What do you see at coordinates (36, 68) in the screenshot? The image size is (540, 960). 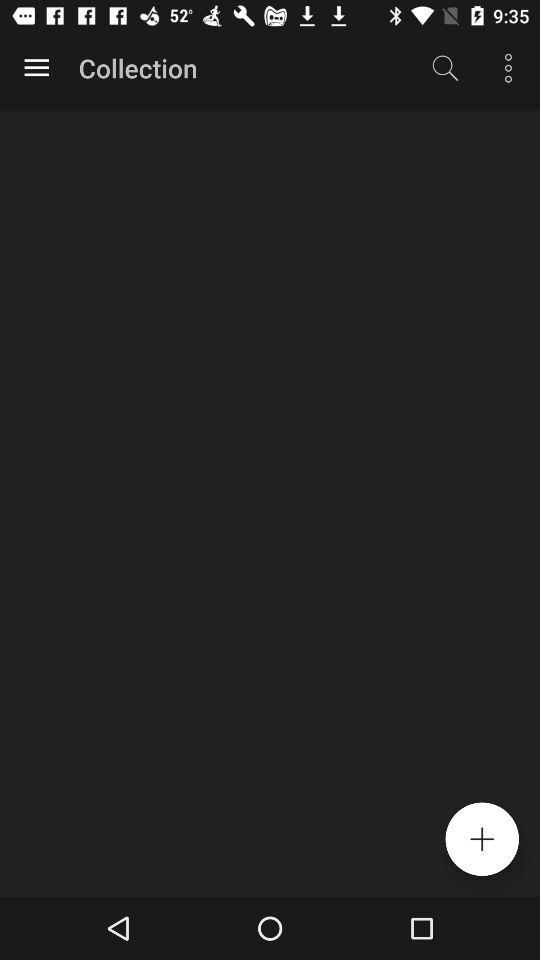 I see `icon next to the collection item` at bounding box center [36, 68].